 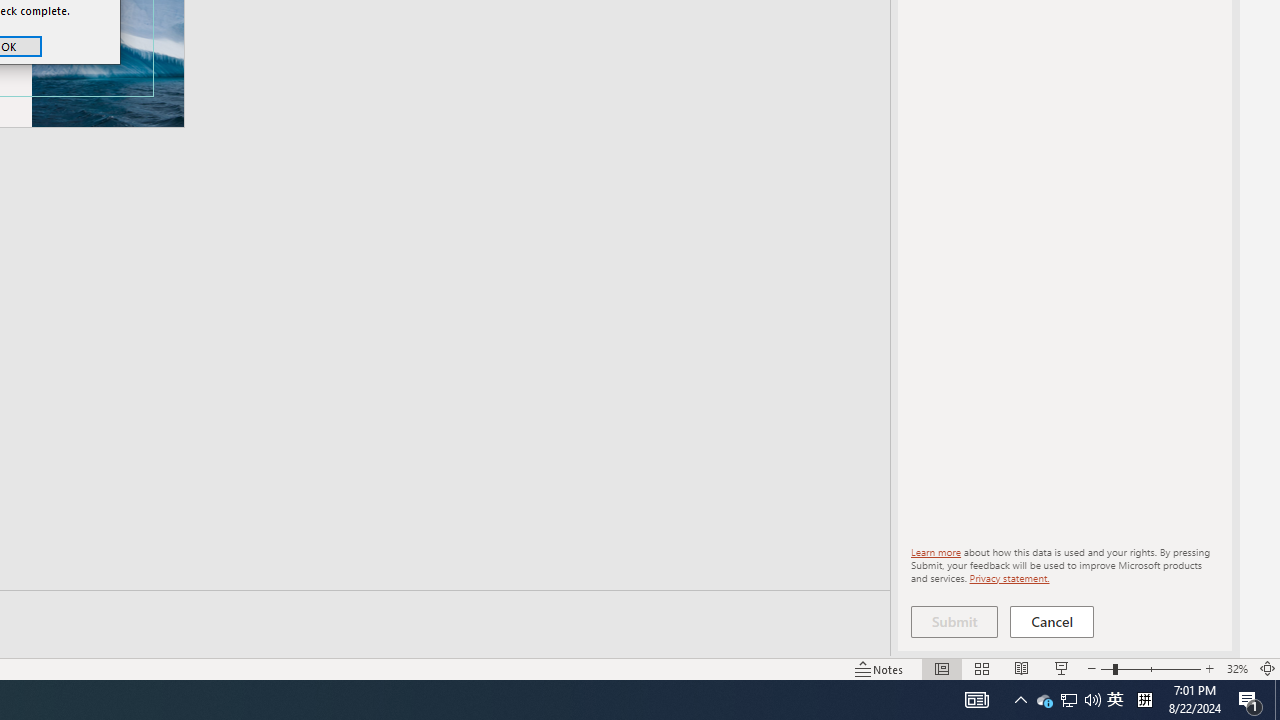 I want to click on 'Learn more', so click(x=935, y=551).